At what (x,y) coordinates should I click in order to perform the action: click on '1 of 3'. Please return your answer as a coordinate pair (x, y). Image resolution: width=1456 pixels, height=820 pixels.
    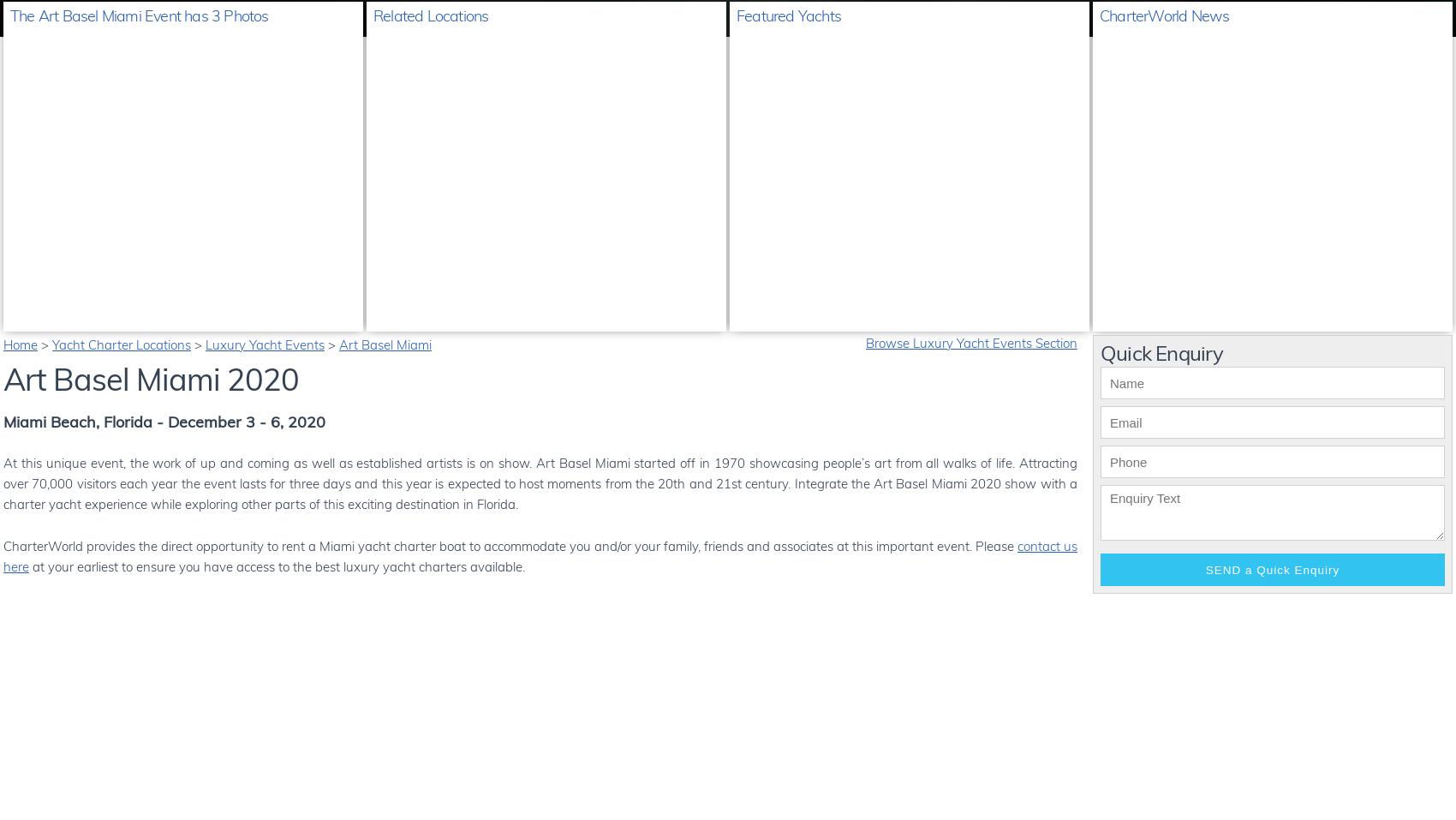
    Looking at the image, I should click on (29, 299).